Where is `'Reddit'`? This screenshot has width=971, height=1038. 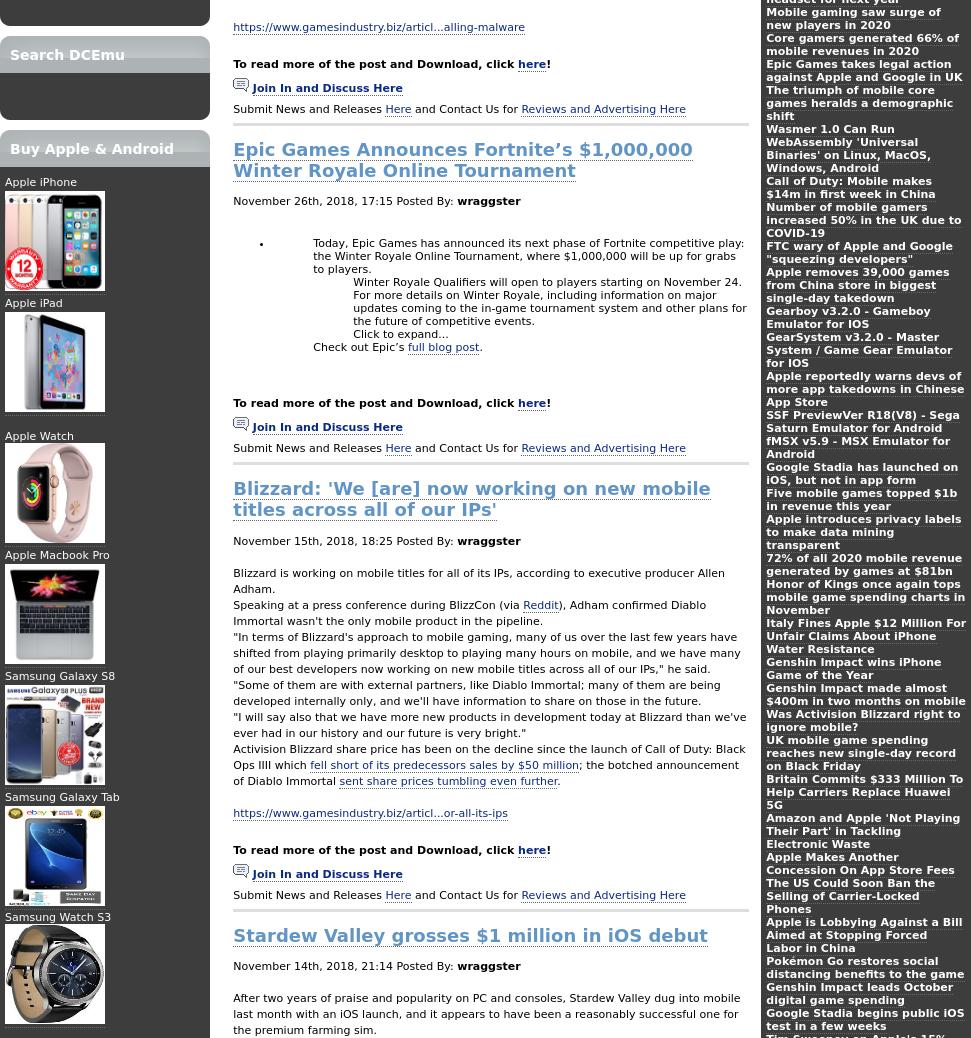
'Reddit' is located at coordinates (540, 603).